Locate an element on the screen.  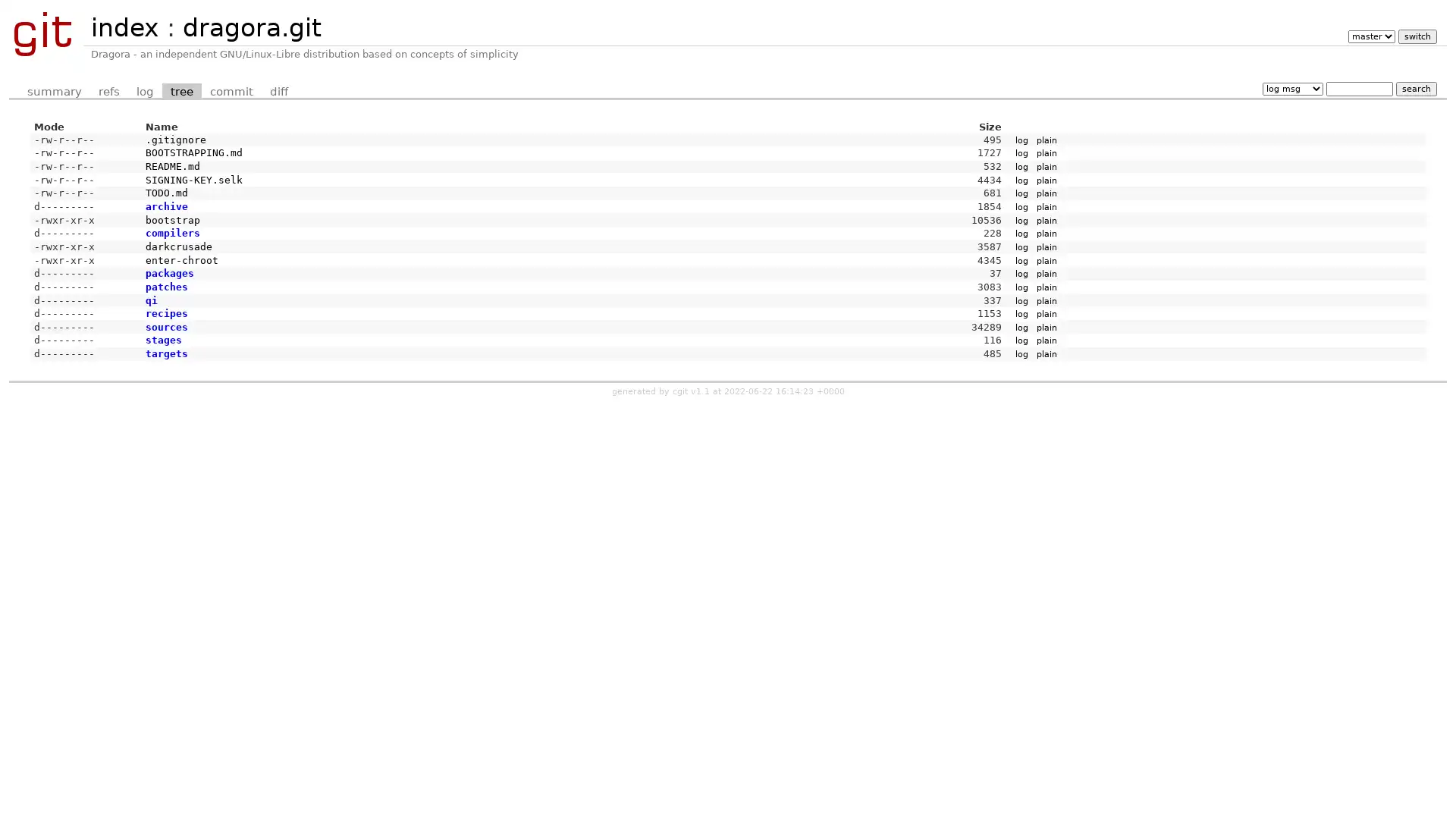
search is located at coordinates (1415, 88).